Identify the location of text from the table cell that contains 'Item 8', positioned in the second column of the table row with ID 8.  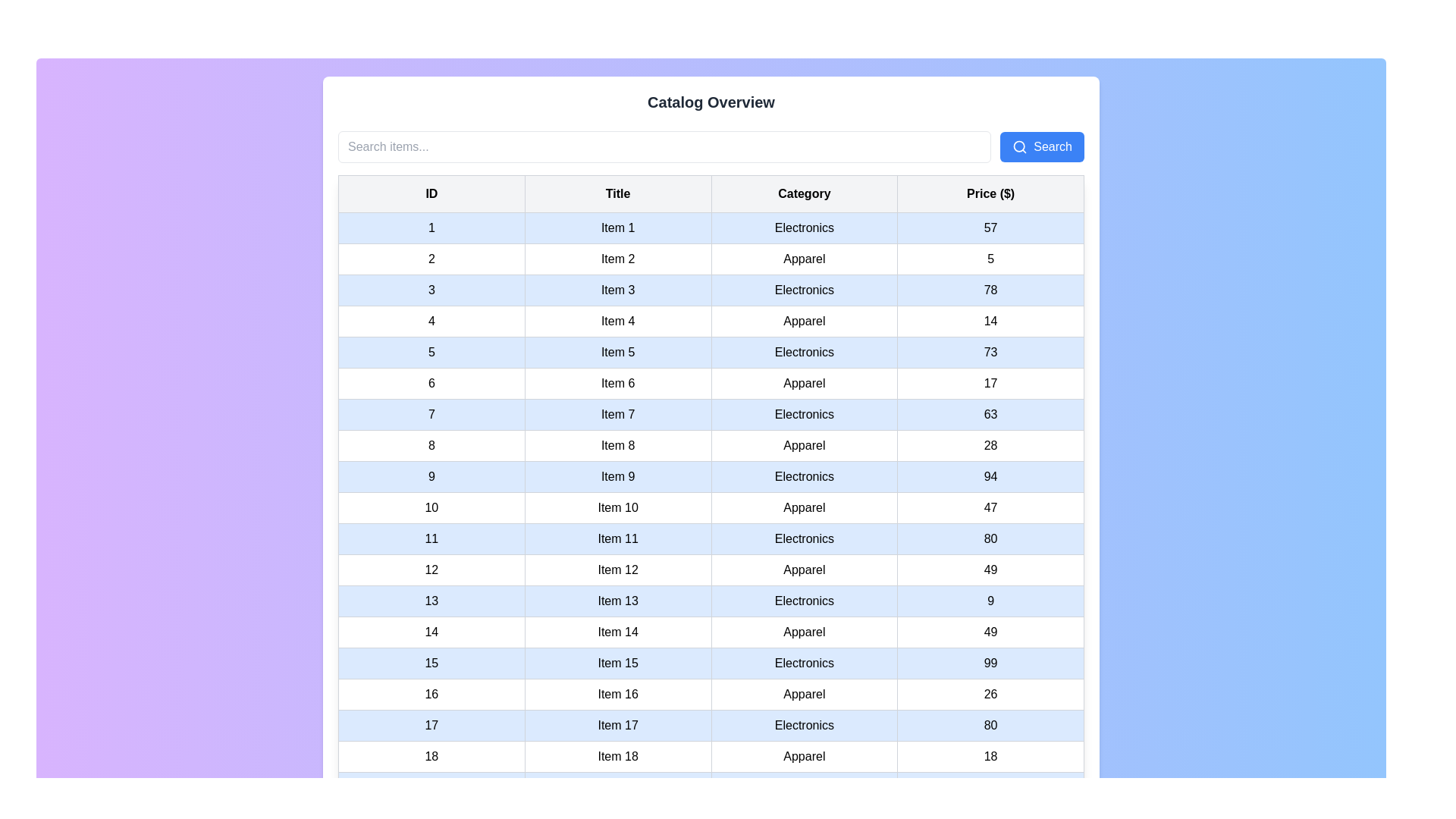
(618, 444).